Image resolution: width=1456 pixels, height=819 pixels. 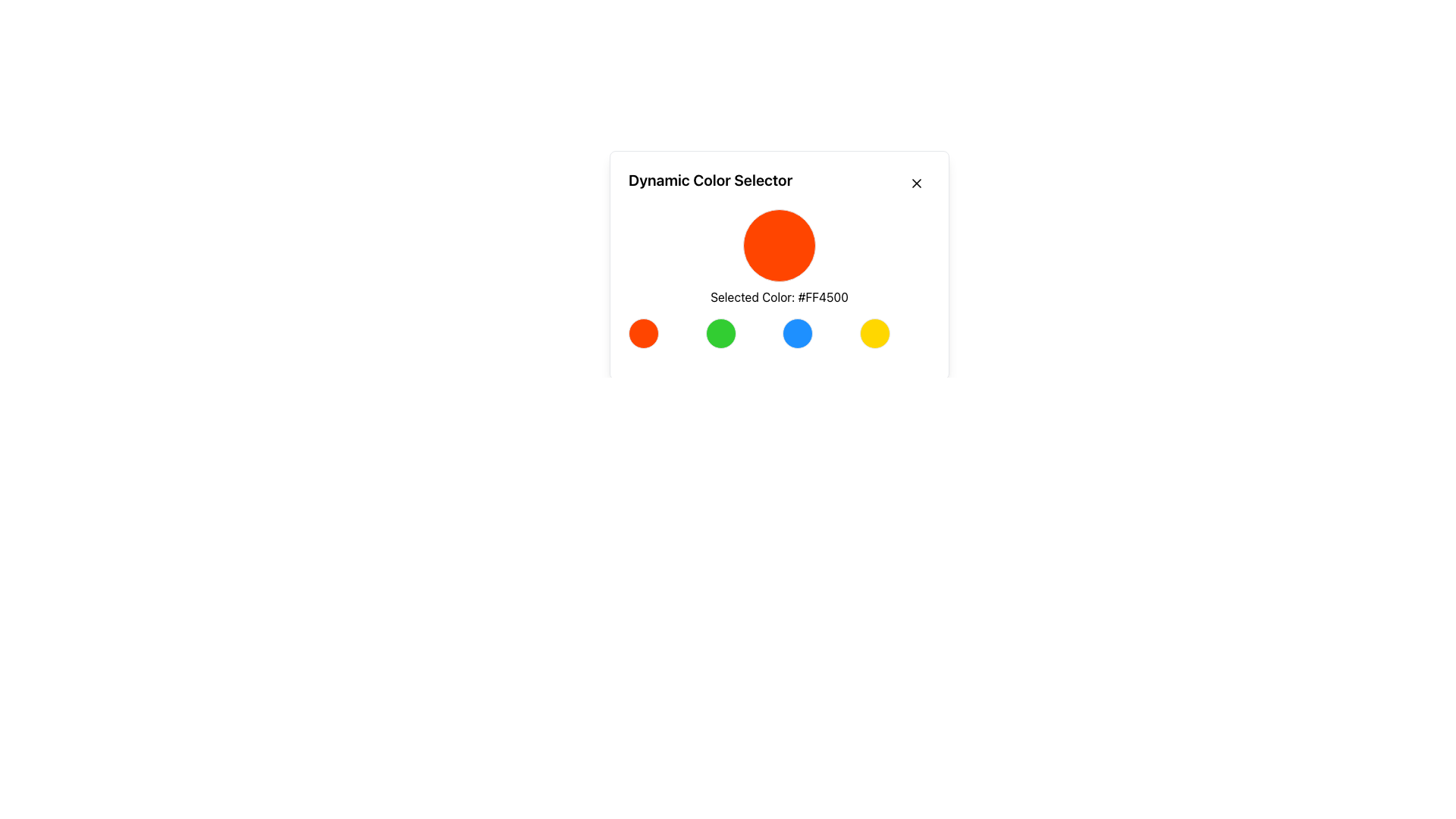 What do you see at coordinates (796, 332) in the screenshot?
I see `the third circular blue button under the 'Dynamic Color Selector'` at bounding box center [796, 332].